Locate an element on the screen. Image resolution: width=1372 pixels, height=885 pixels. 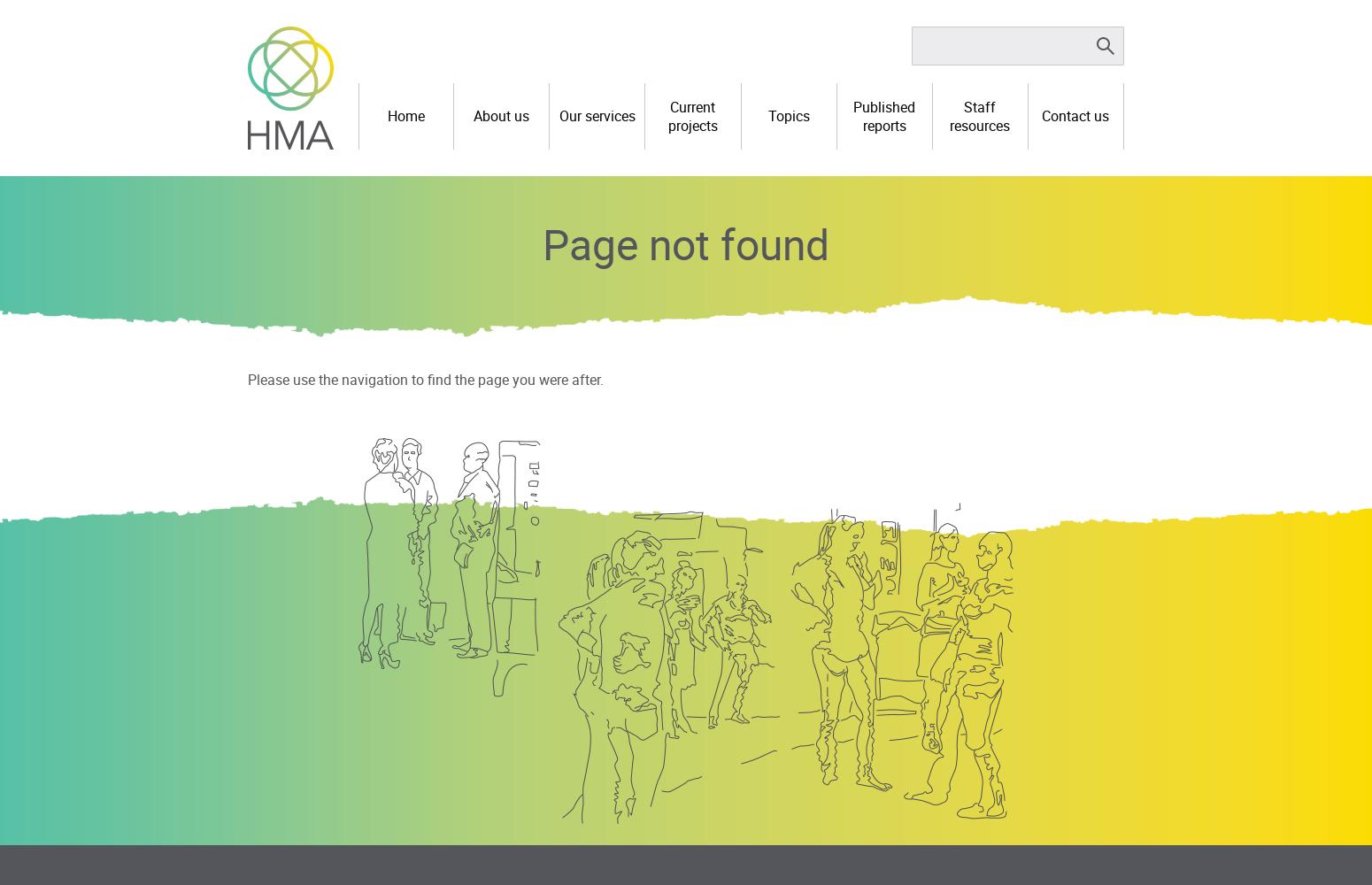
'Our services' is located at coordinates (595, 116).